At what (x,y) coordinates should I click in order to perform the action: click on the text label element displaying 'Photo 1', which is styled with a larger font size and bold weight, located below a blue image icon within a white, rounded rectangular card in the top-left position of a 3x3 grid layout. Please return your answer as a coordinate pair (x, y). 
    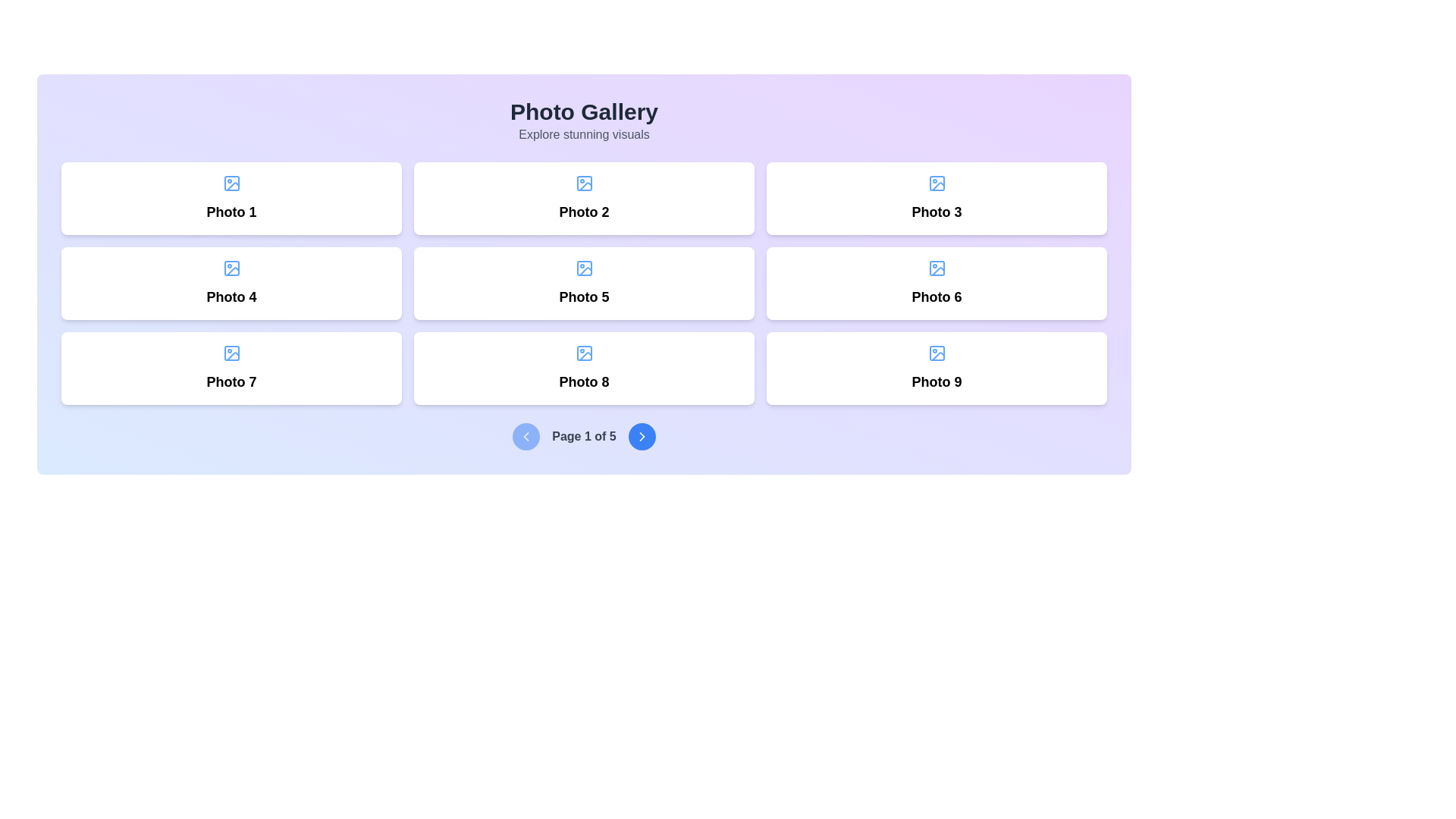
    Looking at the image, I should click on (231, 212).